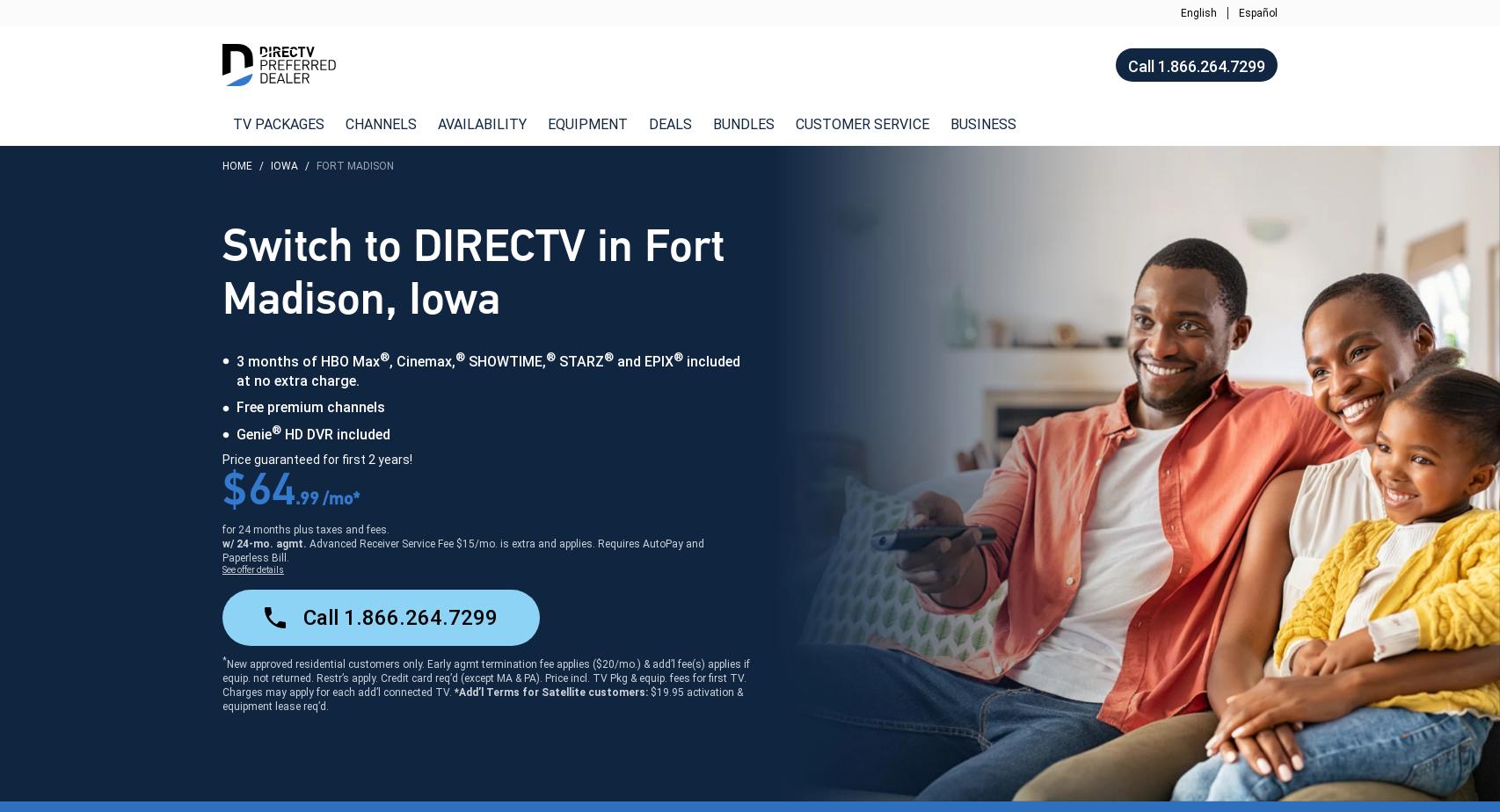 This screenshot has width=1500, height=812. I want to click on 'w/ 24-mo. agmt.', so click(266, 542).